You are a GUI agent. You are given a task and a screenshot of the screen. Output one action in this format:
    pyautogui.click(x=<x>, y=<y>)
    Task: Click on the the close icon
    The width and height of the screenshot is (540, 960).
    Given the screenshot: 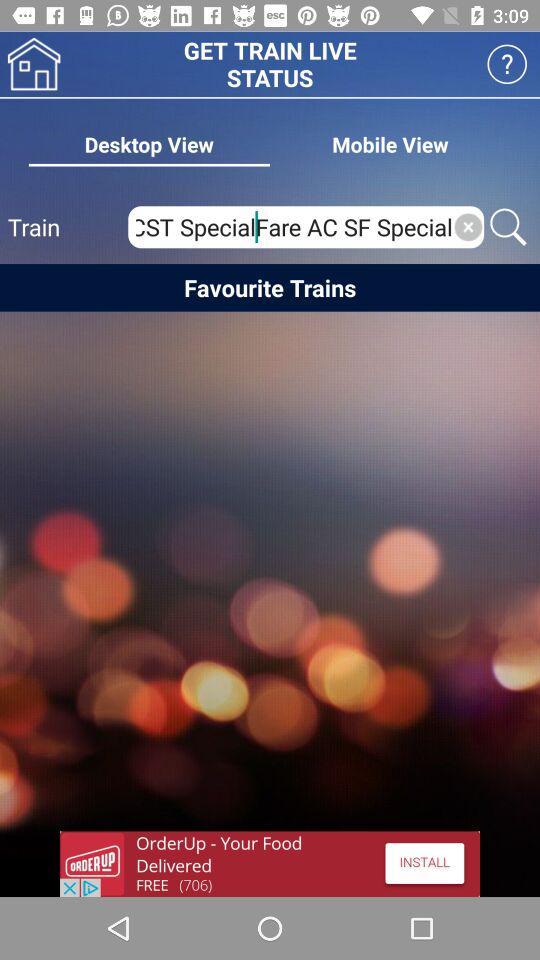 What is the action you would take?
    pyautogui.click(x=468, y=227)
    